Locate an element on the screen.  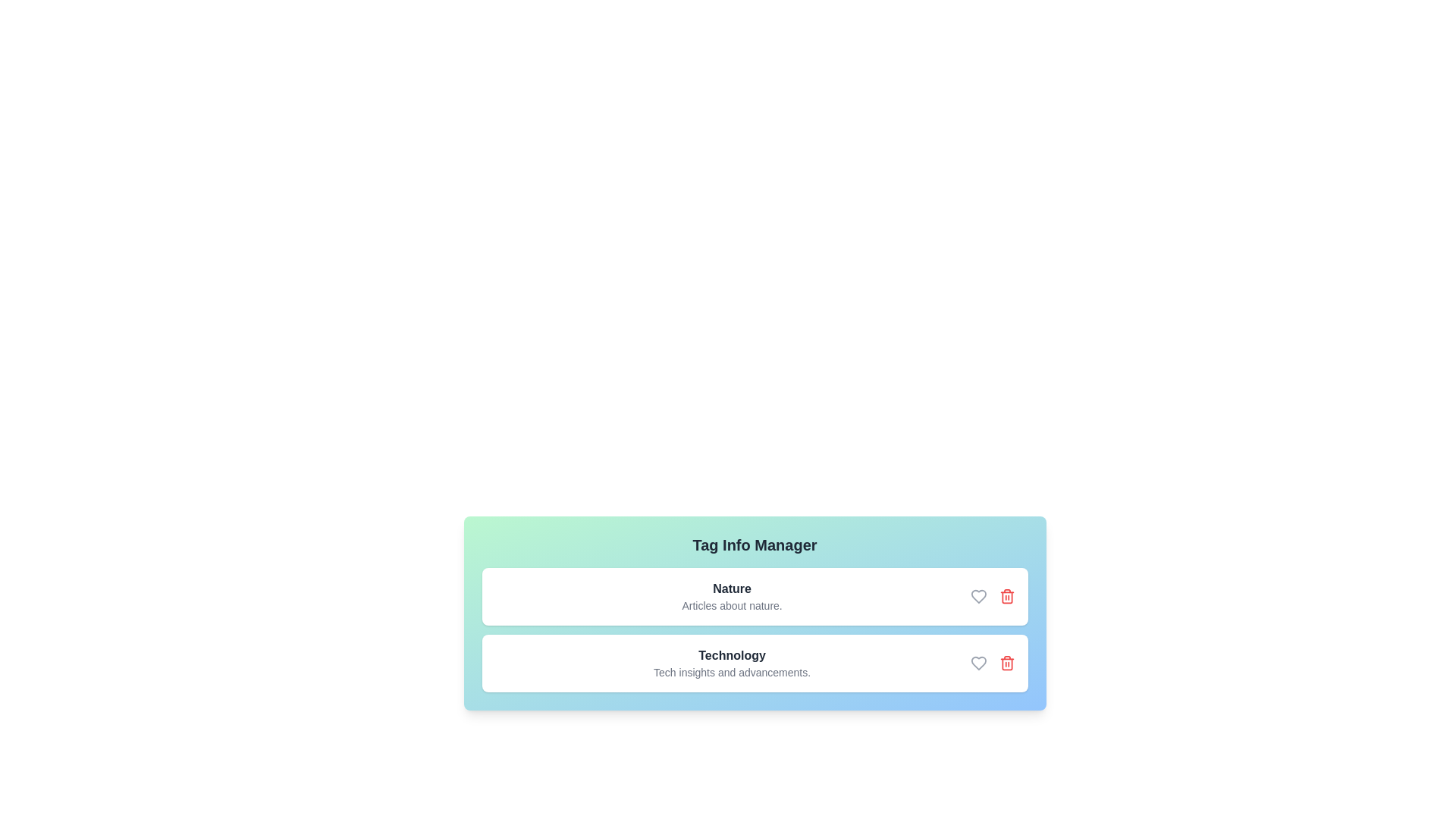
the description text of the tag 'Nature' to read its content is located at coordinates (732, 604).